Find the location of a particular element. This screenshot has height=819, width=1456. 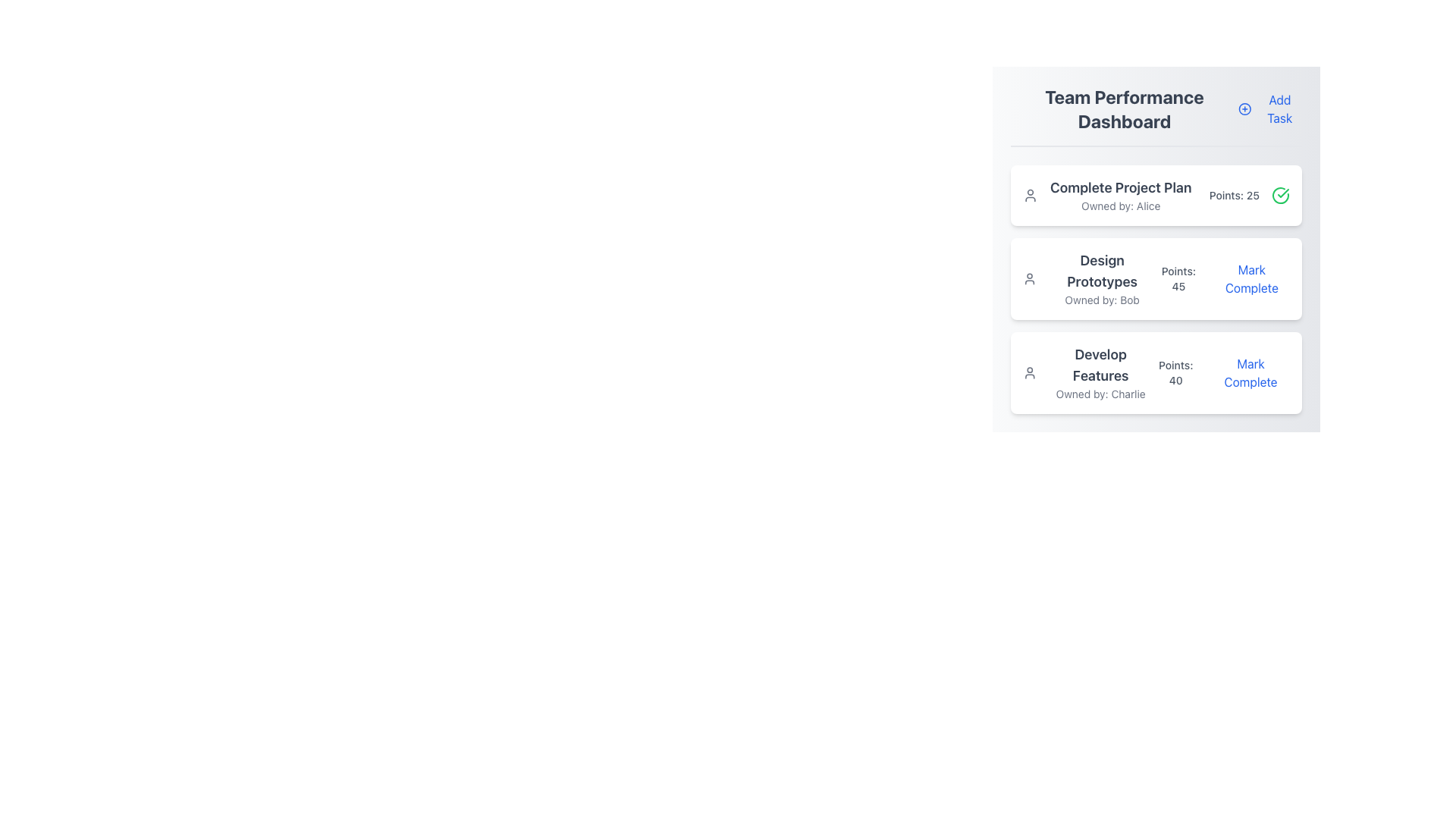

the informational text label displaying the task name 'Develop Features' and owner 'Charlie', located on the left side of the third card in the 'Team Performance Dashboard' is located at coordinates (1087, 373).